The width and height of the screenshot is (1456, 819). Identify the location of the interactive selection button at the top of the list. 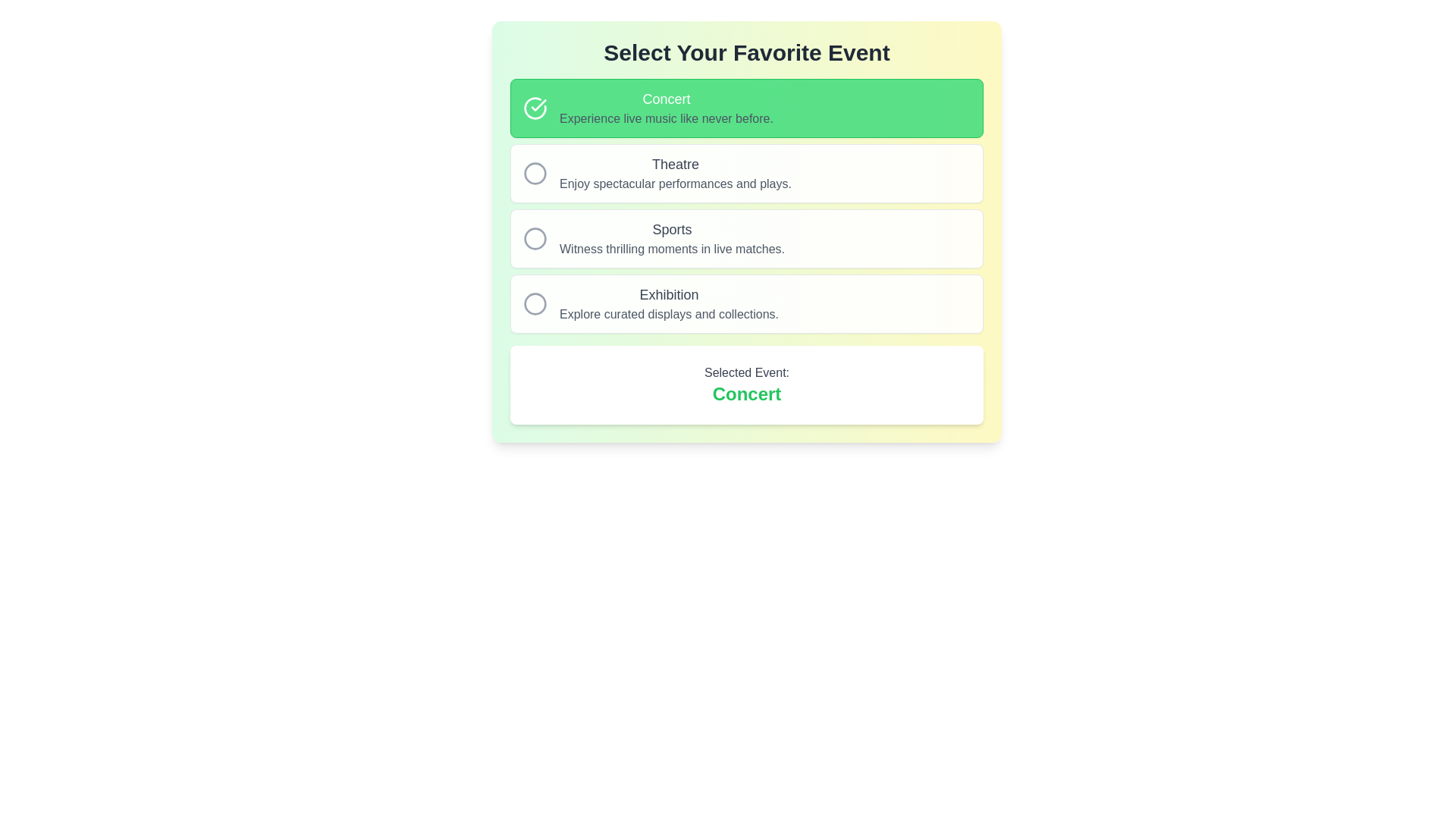
(746, 107).